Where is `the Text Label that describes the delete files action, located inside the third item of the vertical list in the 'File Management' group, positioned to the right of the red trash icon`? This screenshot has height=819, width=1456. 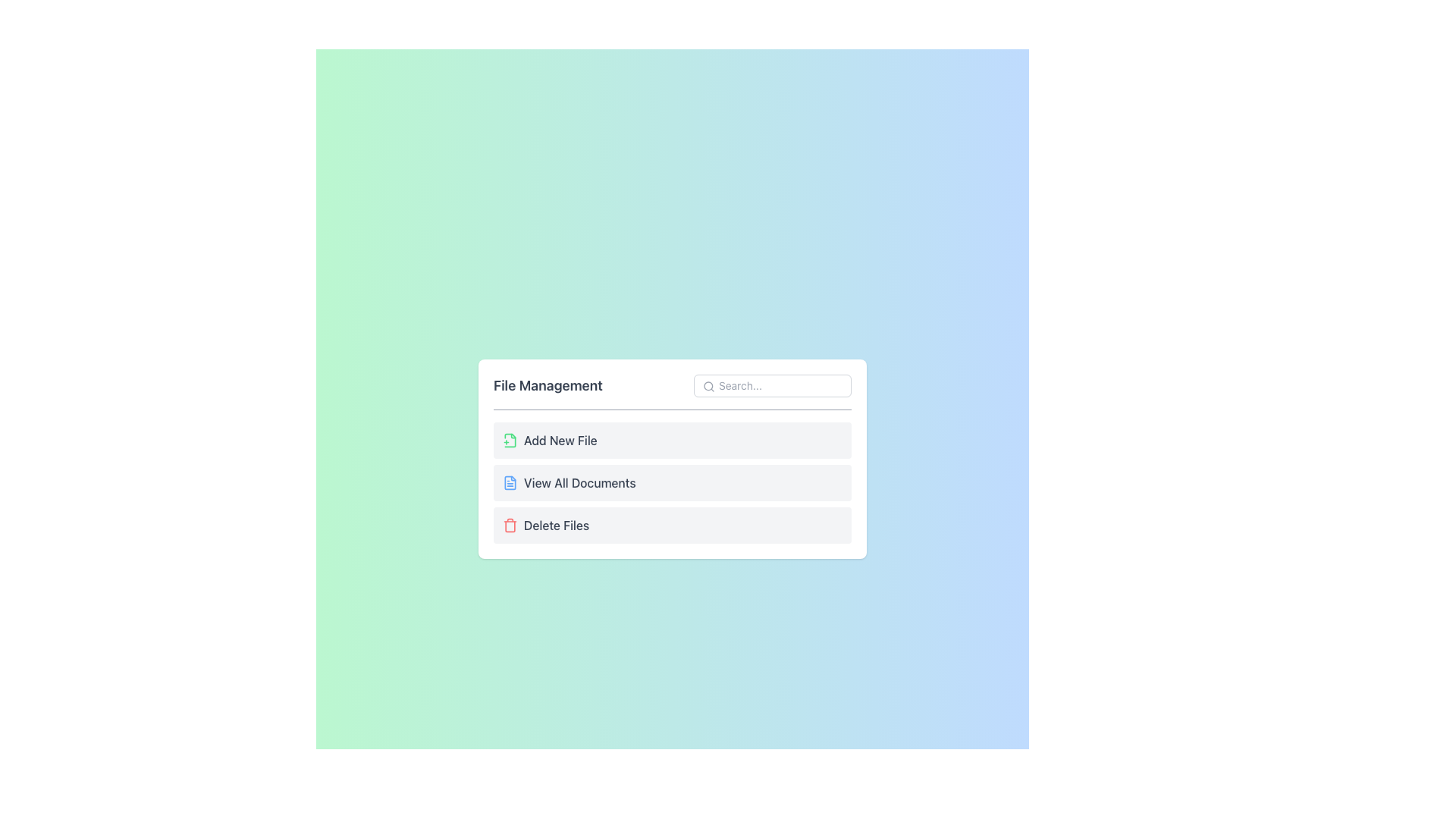
the Text Label that describes the delete files action, located inside the third item of the vertical list in the 'File Management' group, positioned to the right of the red trash icon is located at coordinates (556, 524).